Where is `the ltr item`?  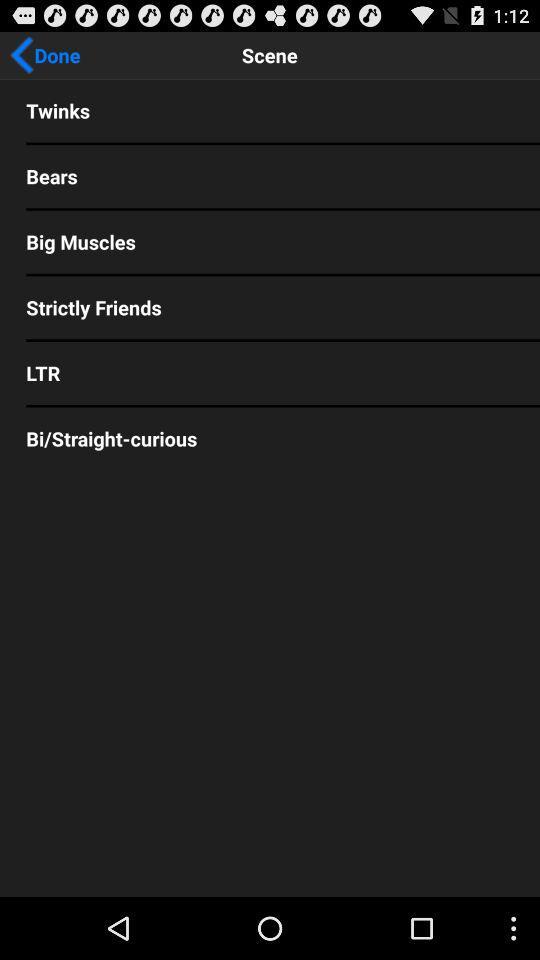
the ltr item is located at coordinates (270, 372).